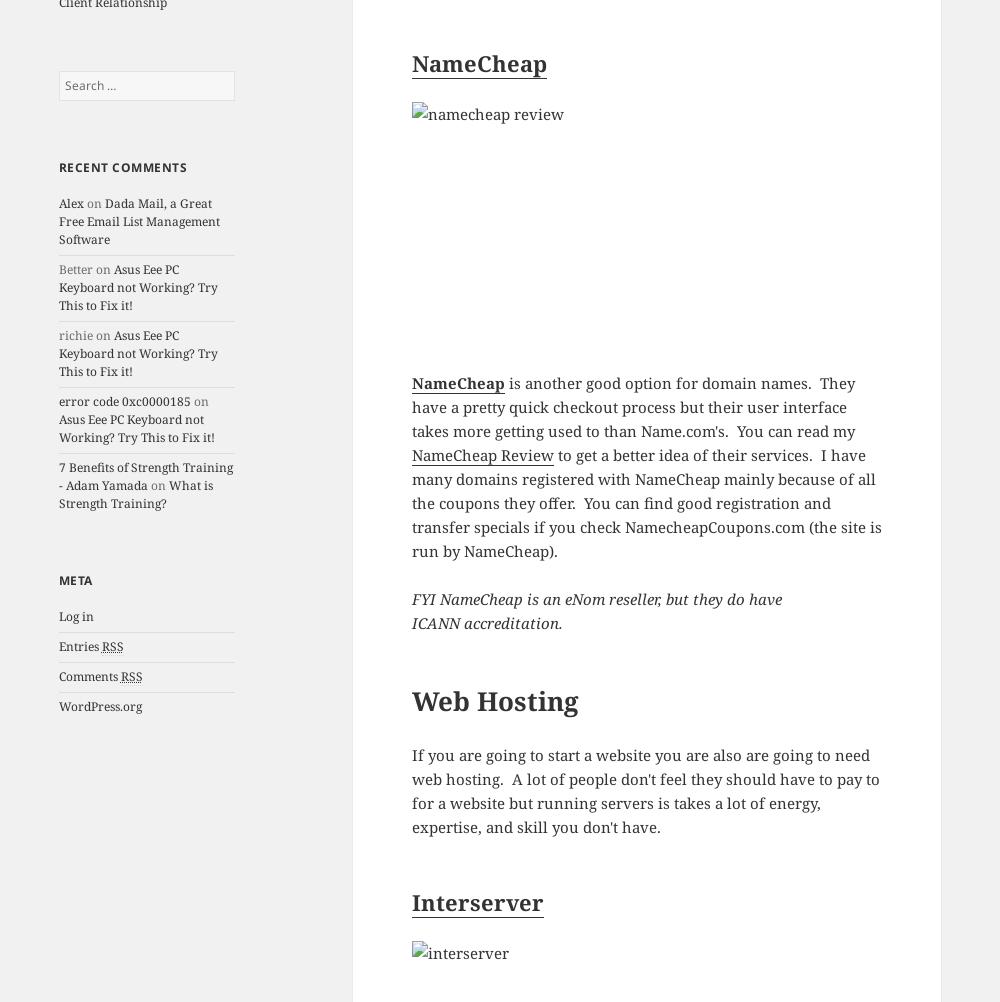 The width and height of the screenshot is (1000, 1002). Describe the element at coordinates (493, 699) in the screenshot. I see `'Web Hosting'` at that location.